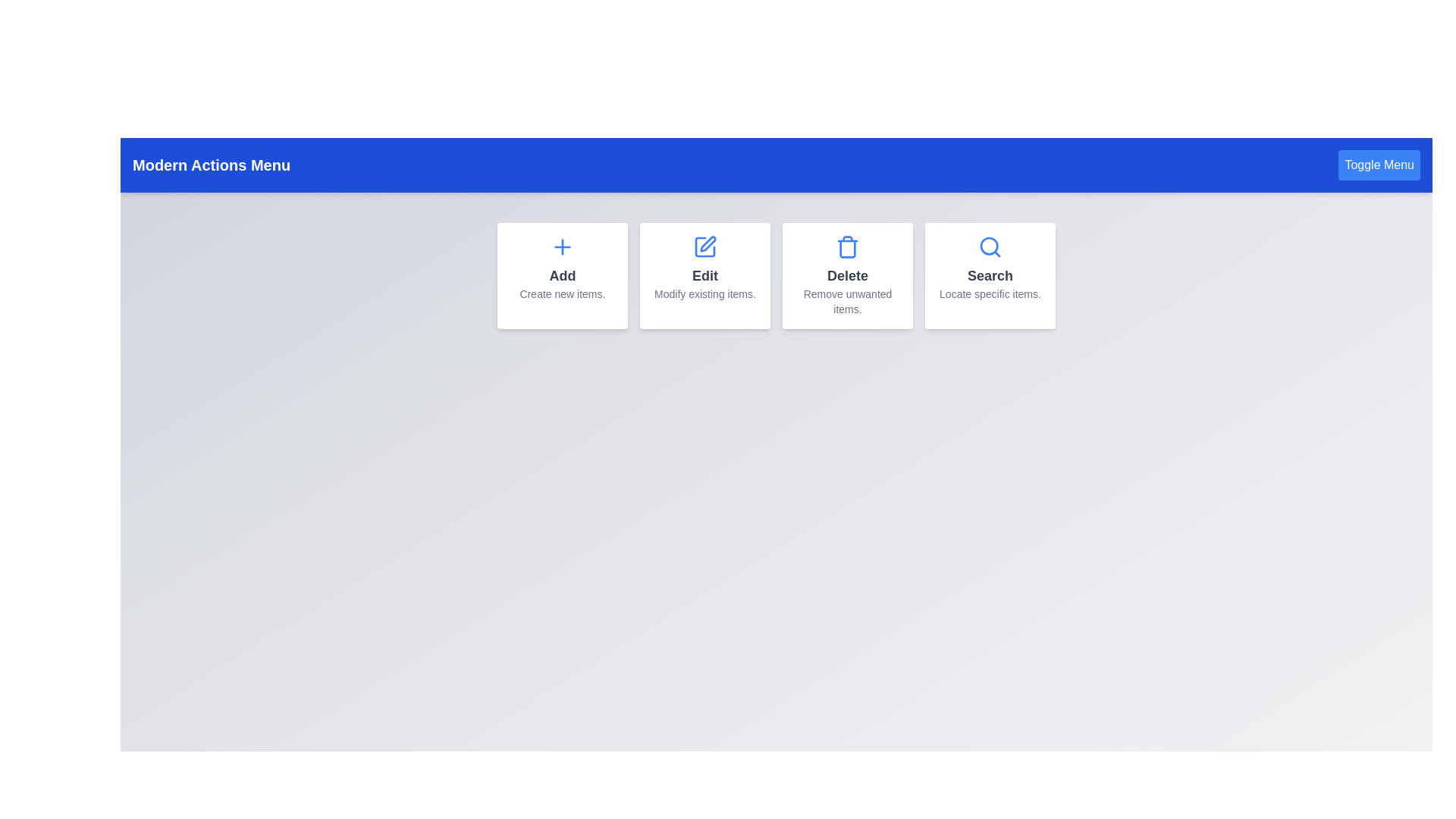 This screenshot has width=1456, height=819. I want to click on the 'Add' icon to initiate the creation of new items, so click(562, 246).